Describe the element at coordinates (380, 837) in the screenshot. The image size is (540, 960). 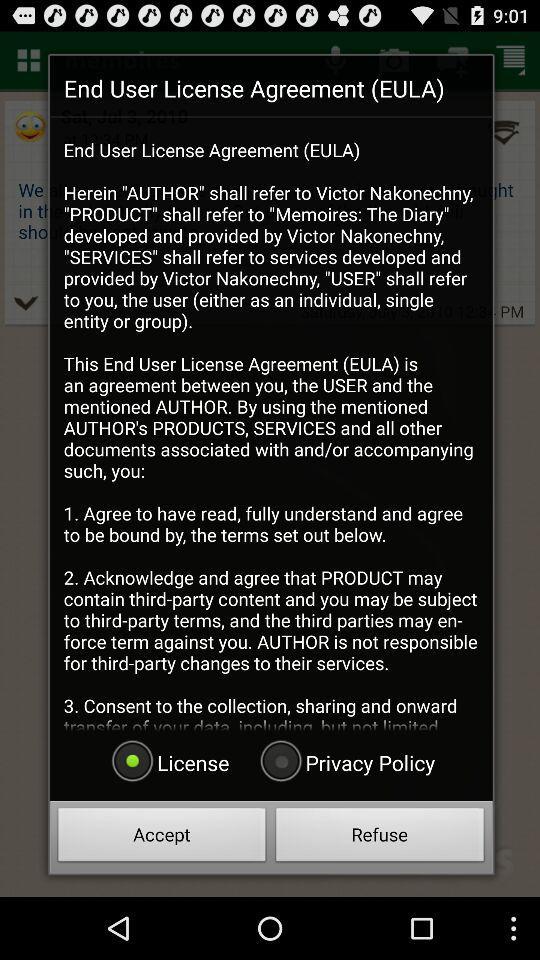
I see `the item next to the accept button` at that location.